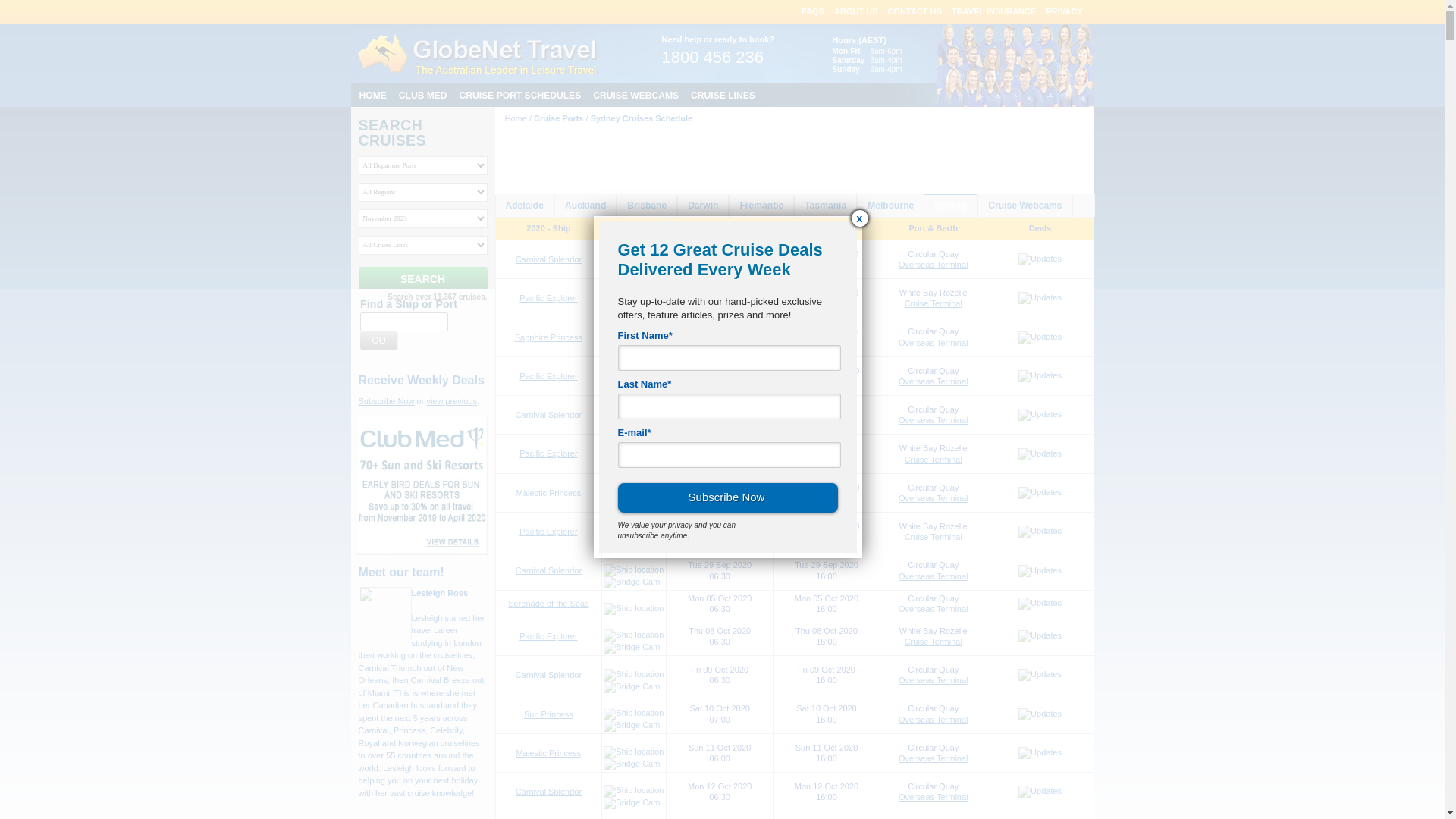 This screenshot has width=1456, height=819. I want to click on 'Bridge Cam', so click(603, 802).